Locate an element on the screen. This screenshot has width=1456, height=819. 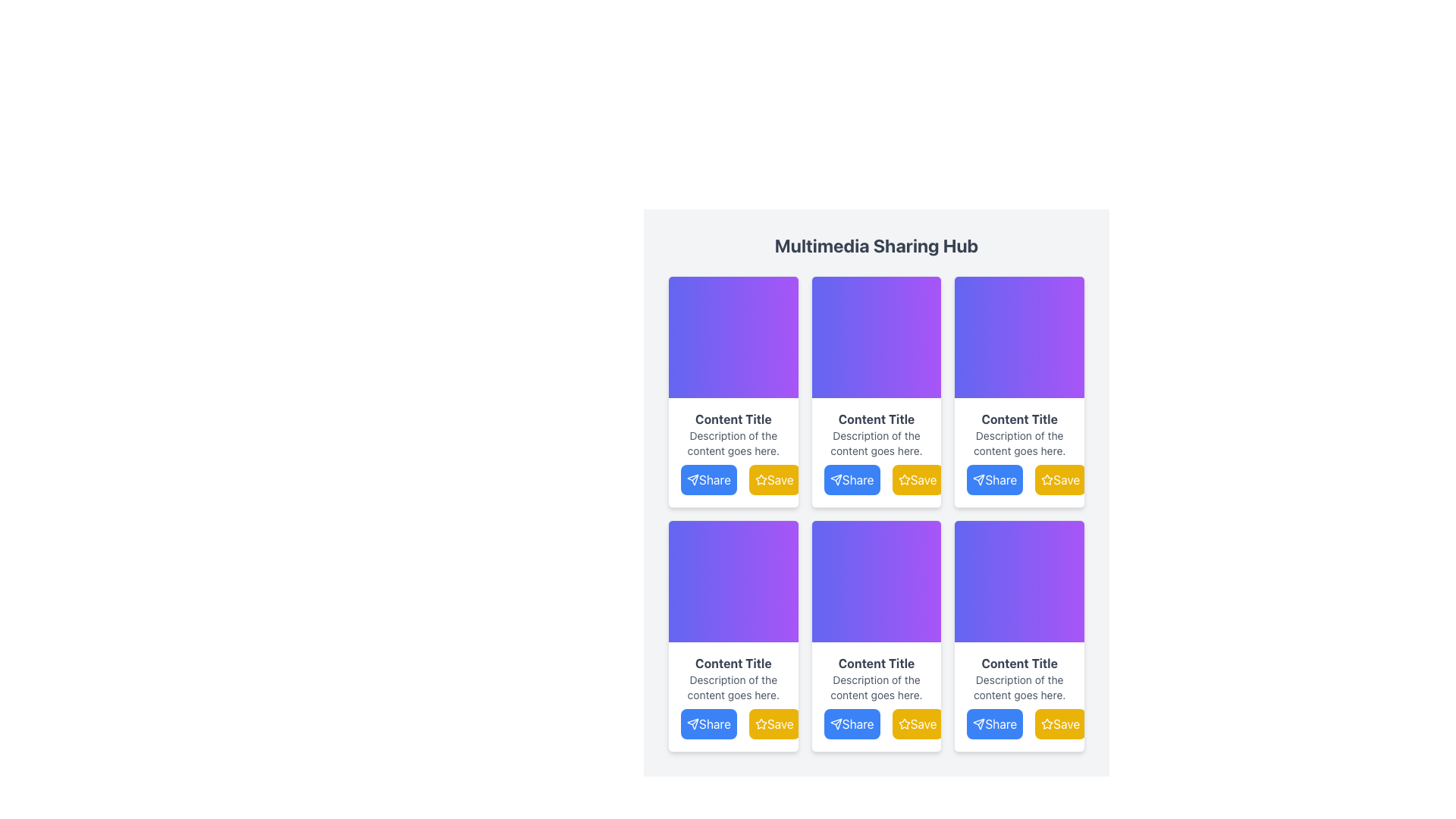
the static text element located in the rightmost column and bottom row of the card, positioned beneath the 'Content Title' and above the 'Share' and 'Save' buttons is located at coordinates (1019, 687).